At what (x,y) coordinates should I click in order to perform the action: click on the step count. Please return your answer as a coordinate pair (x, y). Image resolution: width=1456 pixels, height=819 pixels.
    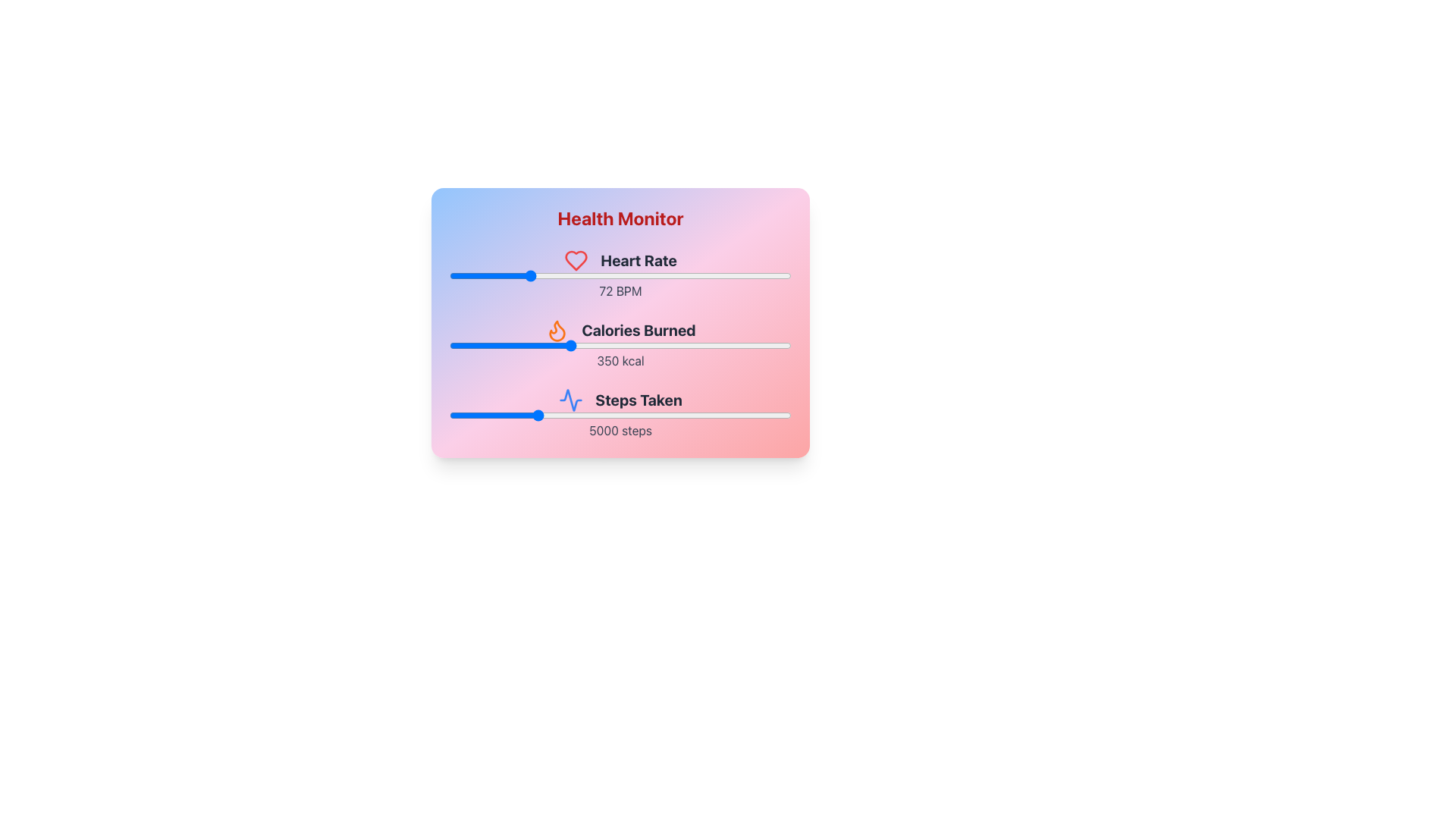
    Looking at the image, I should click on (472, 415).